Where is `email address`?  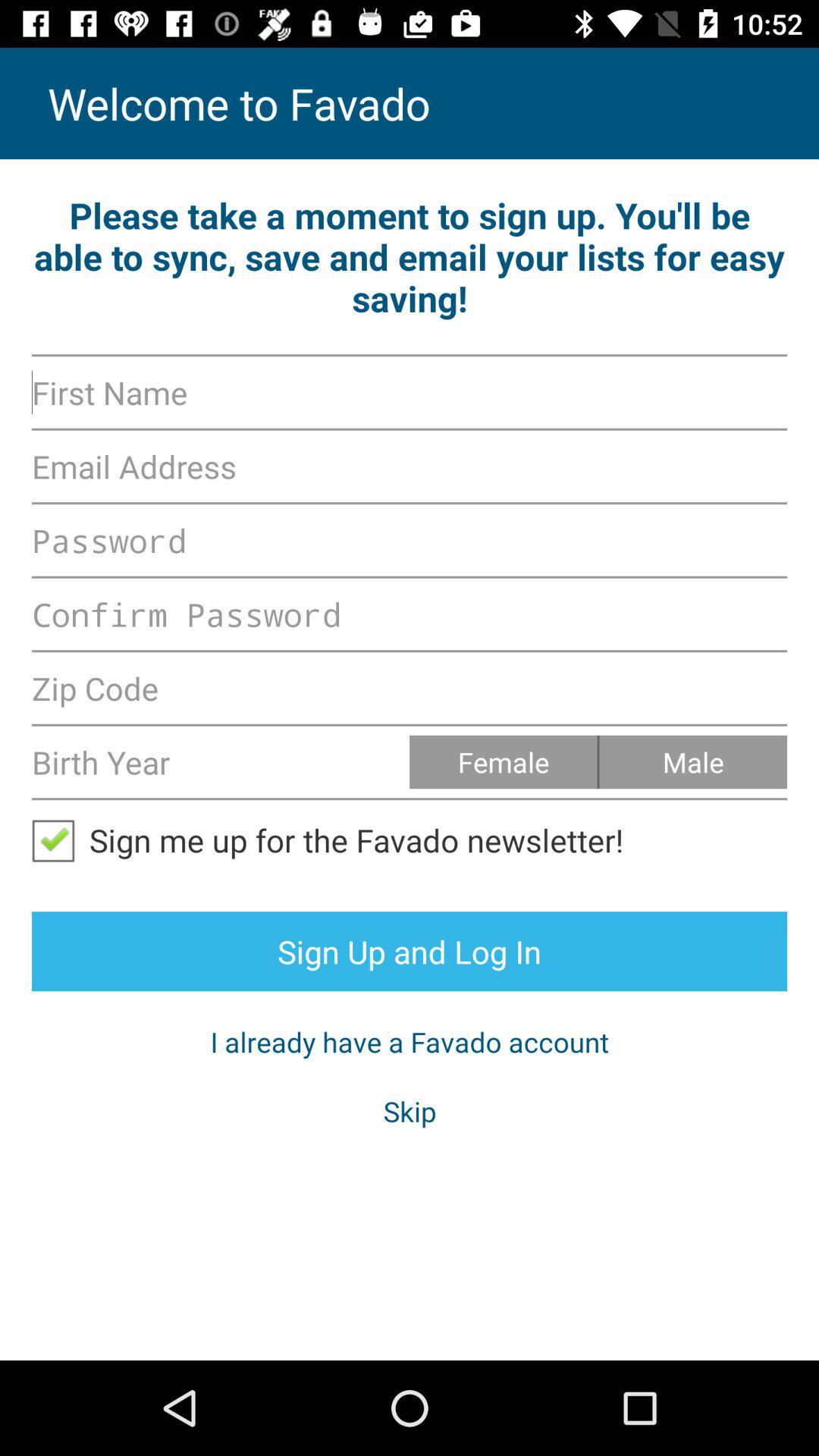
email address is located at coordinates (409, 465).